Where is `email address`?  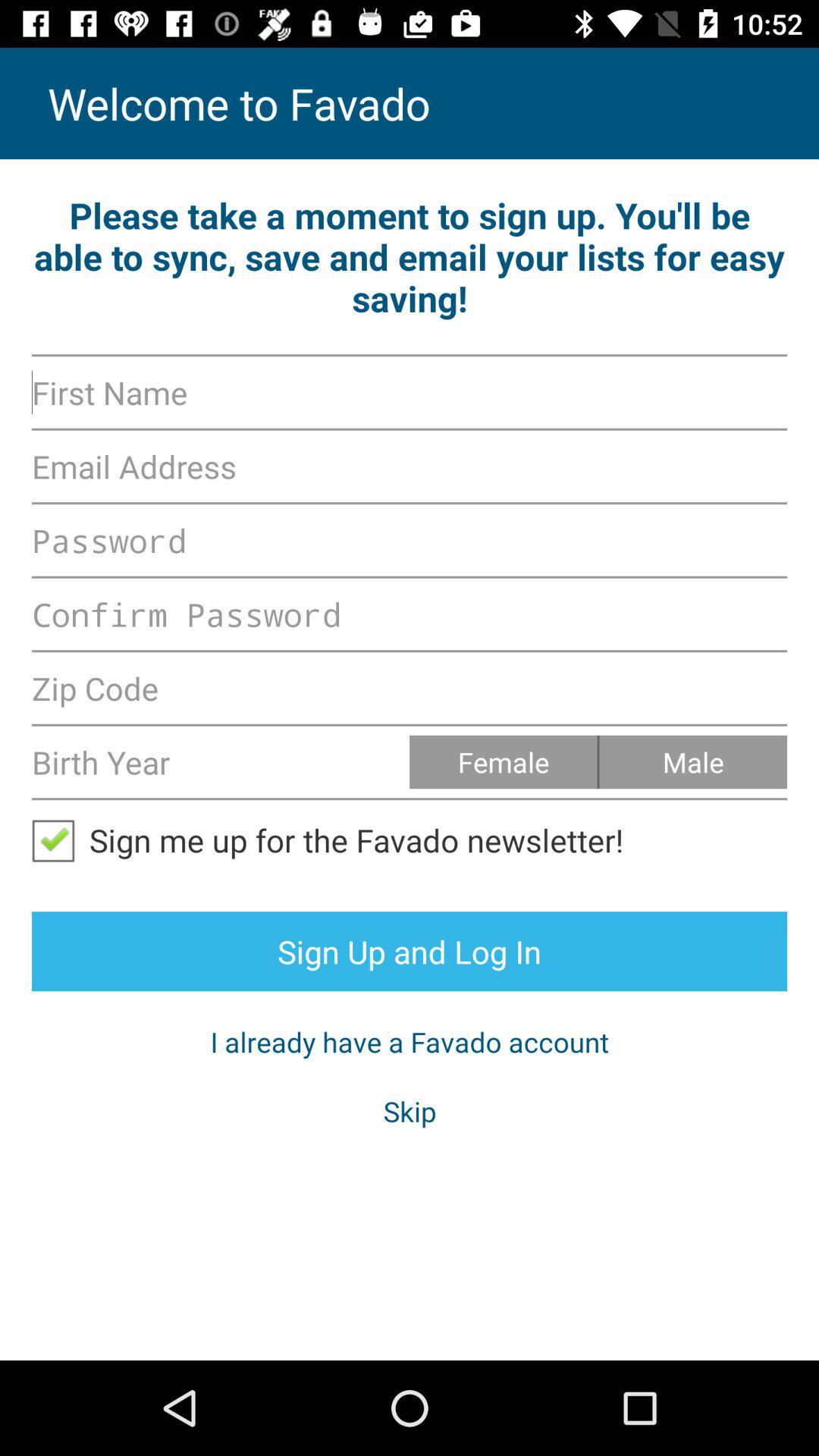
email address is located at coordinates (409, 465).